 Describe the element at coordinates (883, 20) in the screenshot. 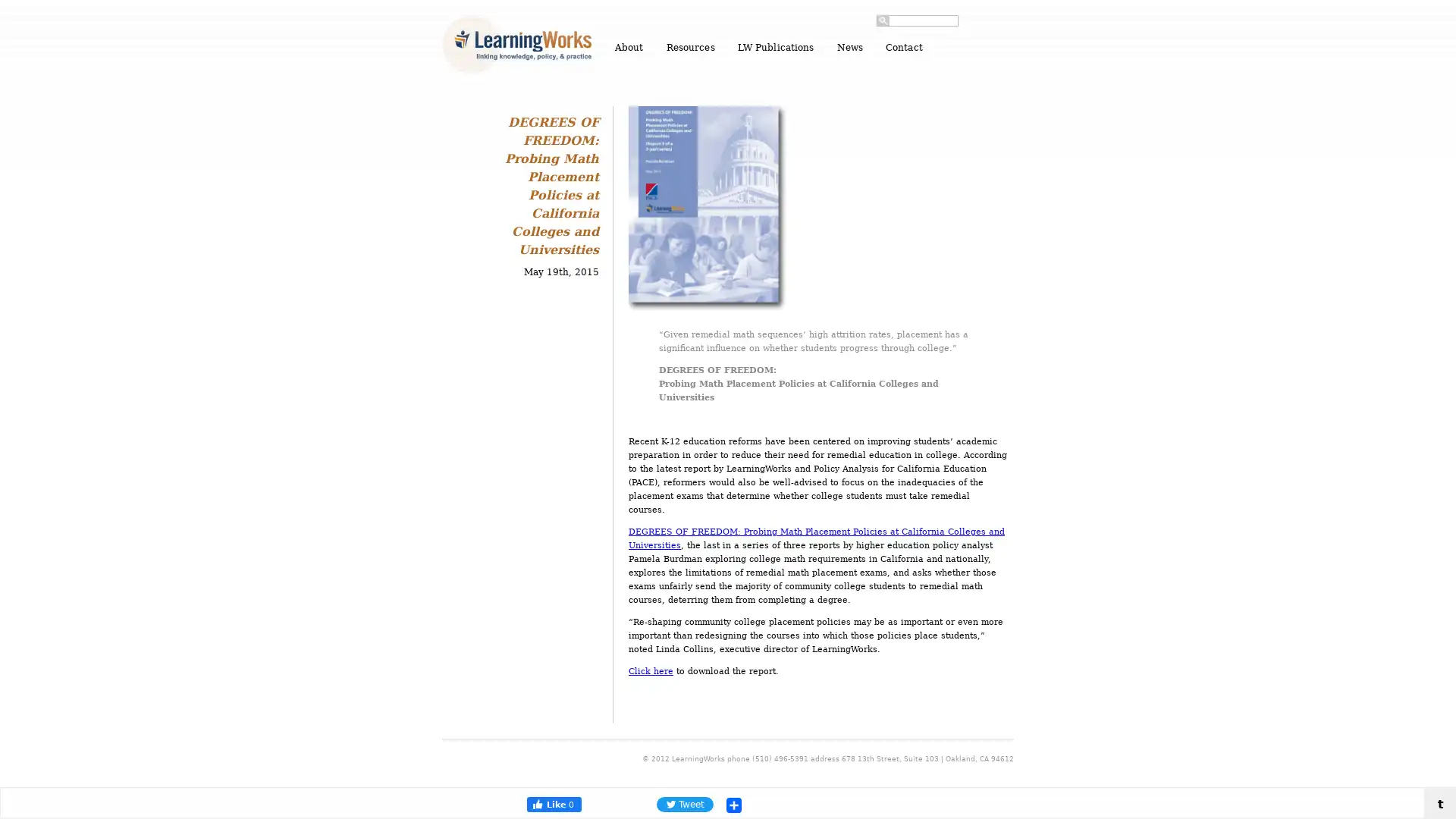

I see `Submit` at that location.